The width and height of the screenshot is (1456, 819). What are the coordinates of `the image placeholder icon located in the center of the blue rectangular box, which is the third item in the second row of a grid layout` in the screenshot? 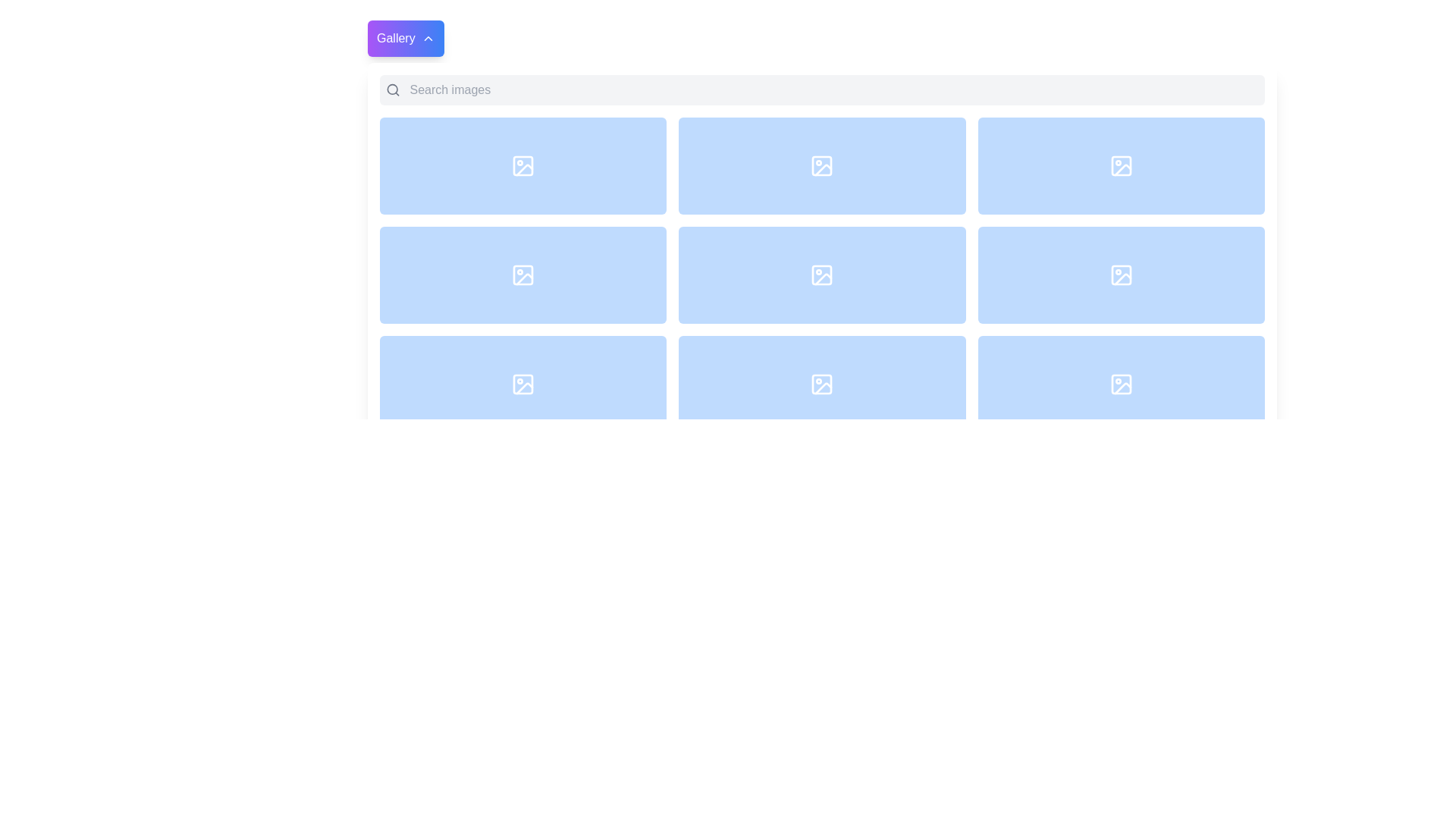 It's located at (821, 166).